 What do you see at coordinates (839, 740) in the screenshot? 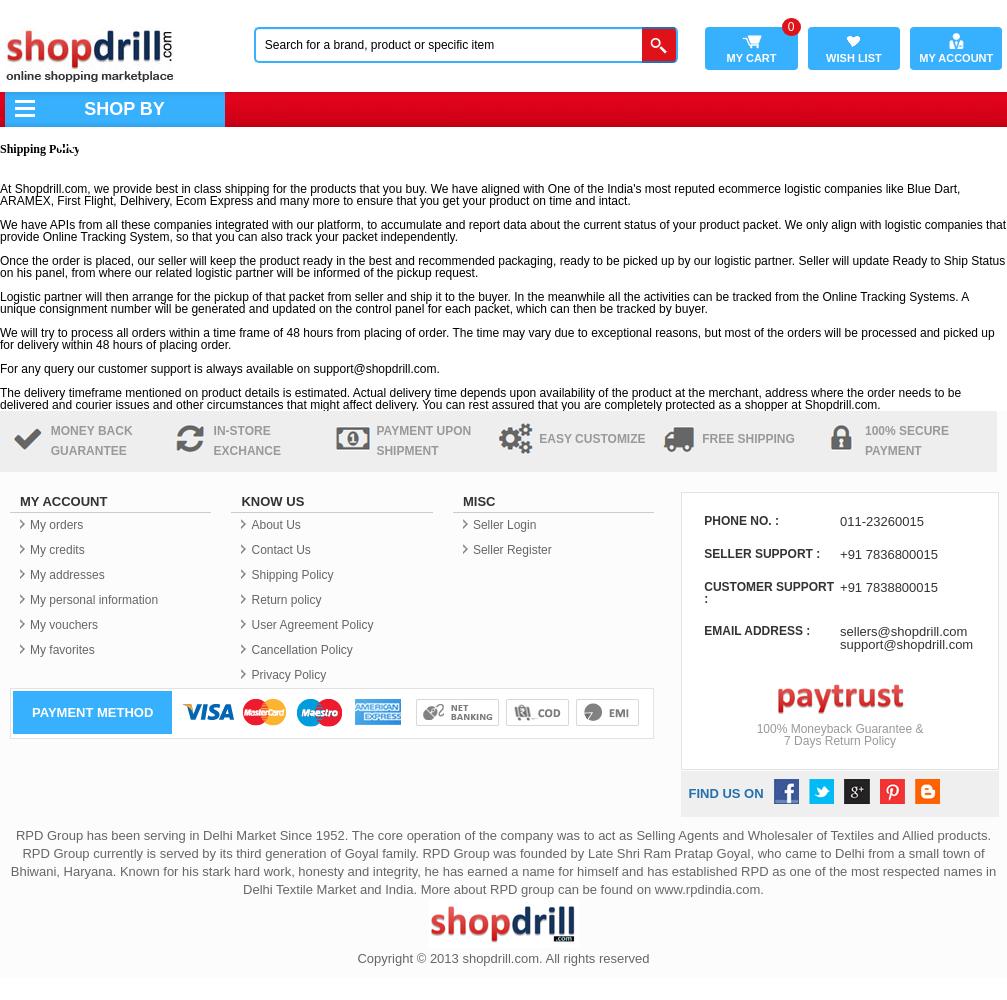
I see `'7 Days Return Policy'` at bounding box center [839, 740].